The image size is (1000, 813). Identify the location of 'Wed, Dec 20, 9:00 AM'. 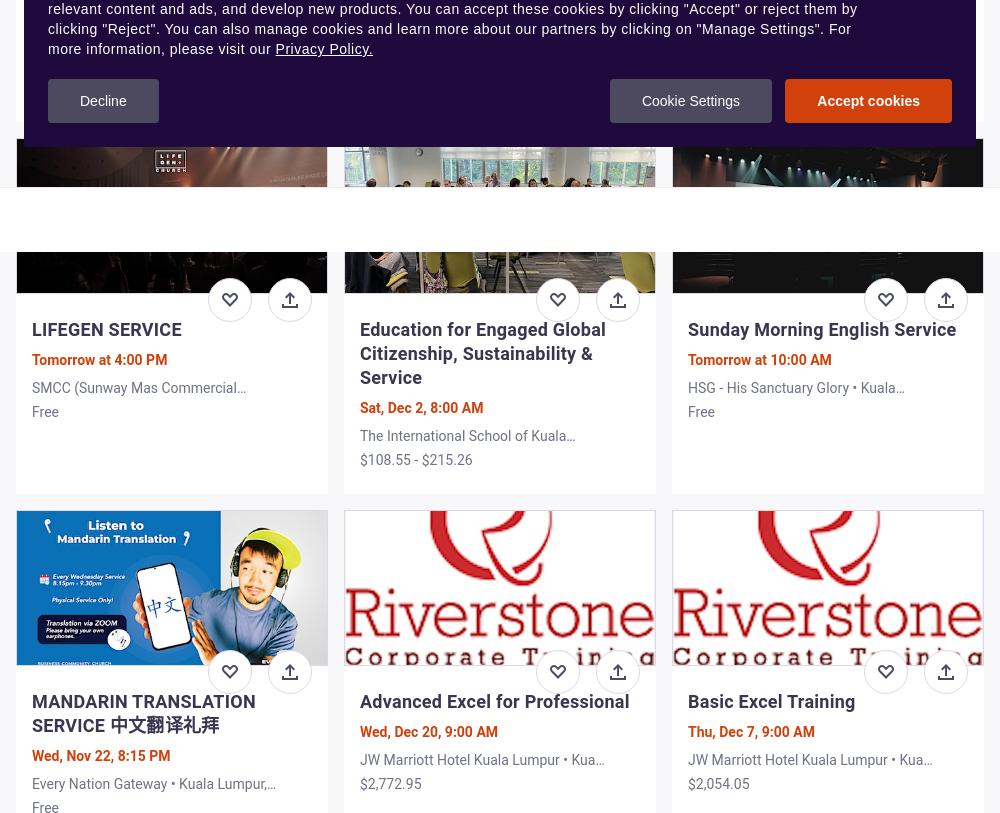
(429, 732).